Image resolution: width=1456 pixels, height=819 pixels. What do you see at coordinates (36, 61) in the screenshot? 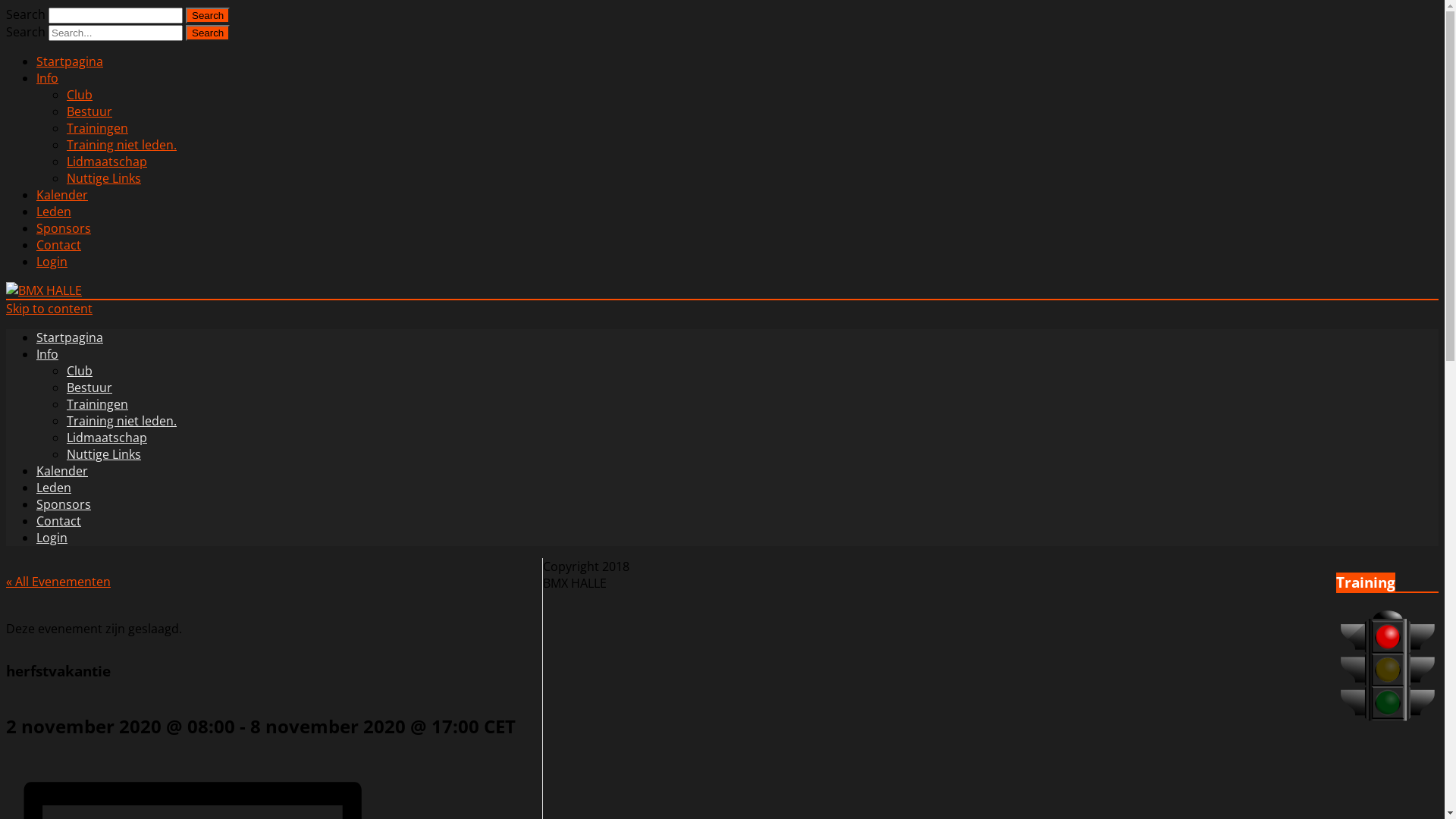
I see `'Startpagina'` at bounding box center [36, 61].